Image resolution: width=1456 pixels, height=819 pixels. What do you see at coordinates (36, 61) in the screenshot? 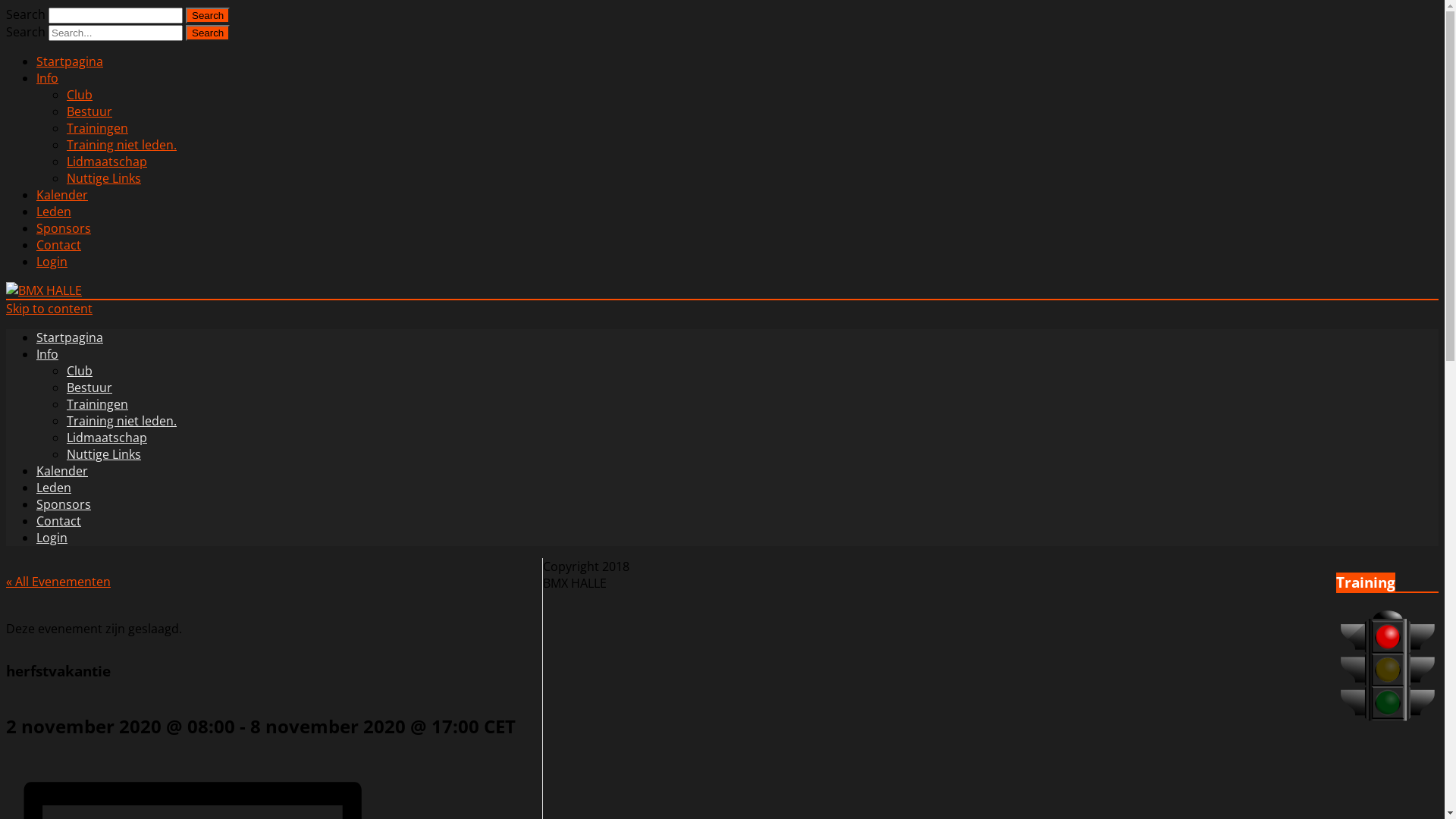
I see `'Startpagina'` at bounding box center [36, 61].